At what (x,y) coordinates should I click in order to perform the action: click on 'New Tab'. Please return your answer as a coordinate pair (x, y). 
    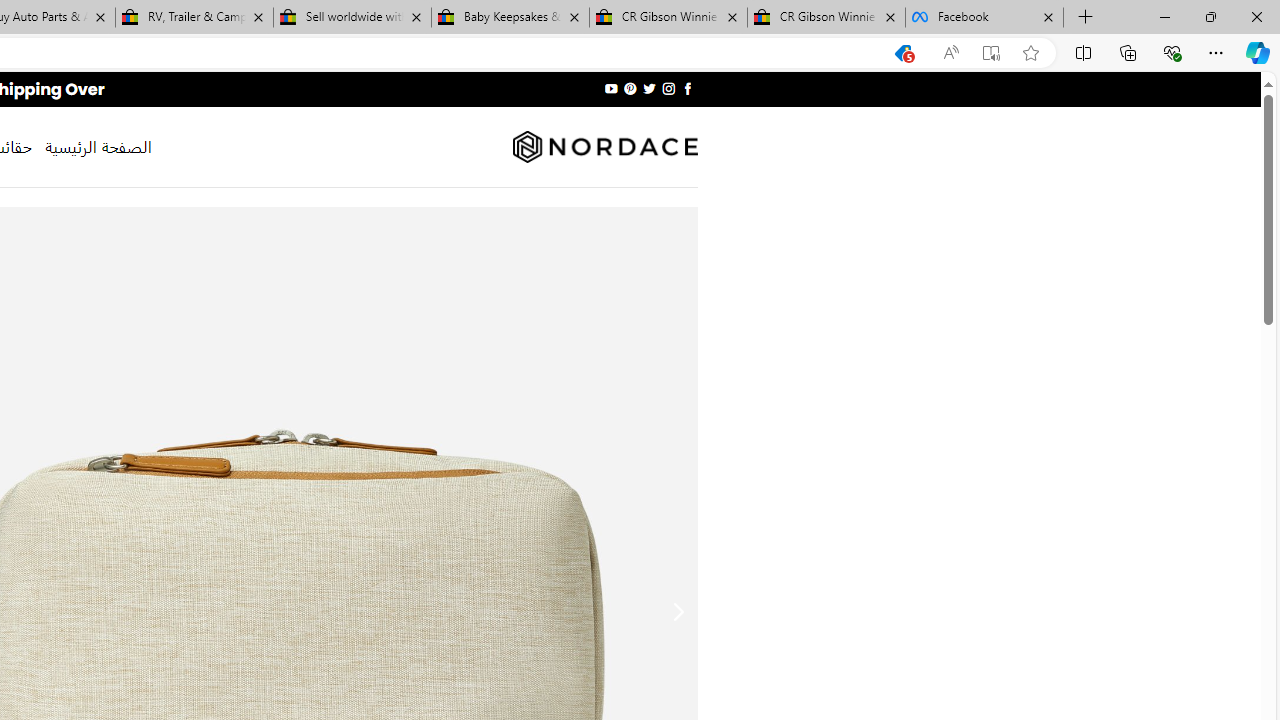
    Looking at the image, I should click on (1085, 17).